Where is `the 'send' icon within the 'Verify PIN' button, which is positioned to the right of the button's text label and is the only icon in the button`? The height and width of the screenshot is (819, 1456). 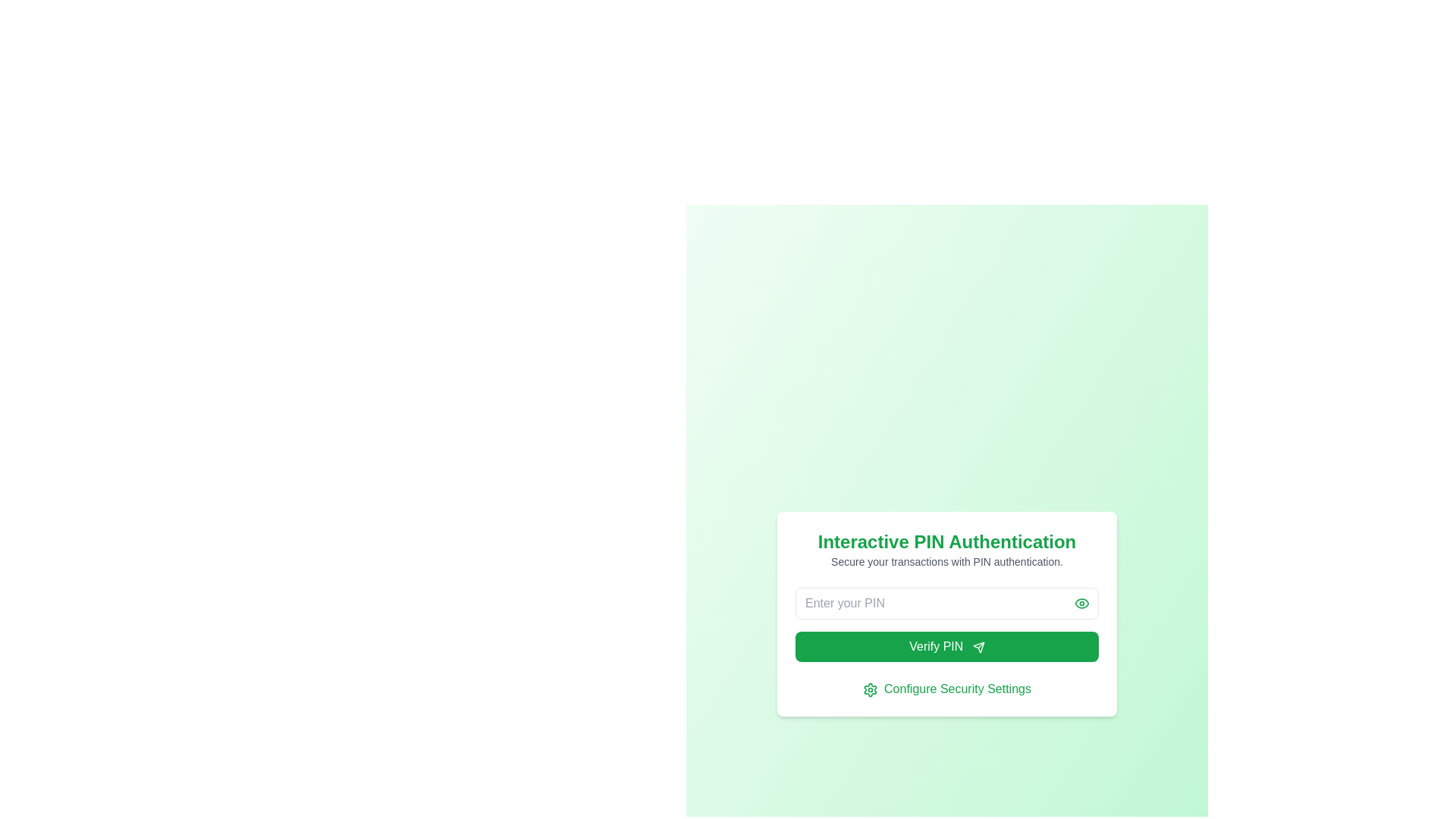
the 'send' icon within the 'Verify PIN' button, which is positioned to the right of the button's text label and is the only icon in the button is located at coordinates (978, 647).